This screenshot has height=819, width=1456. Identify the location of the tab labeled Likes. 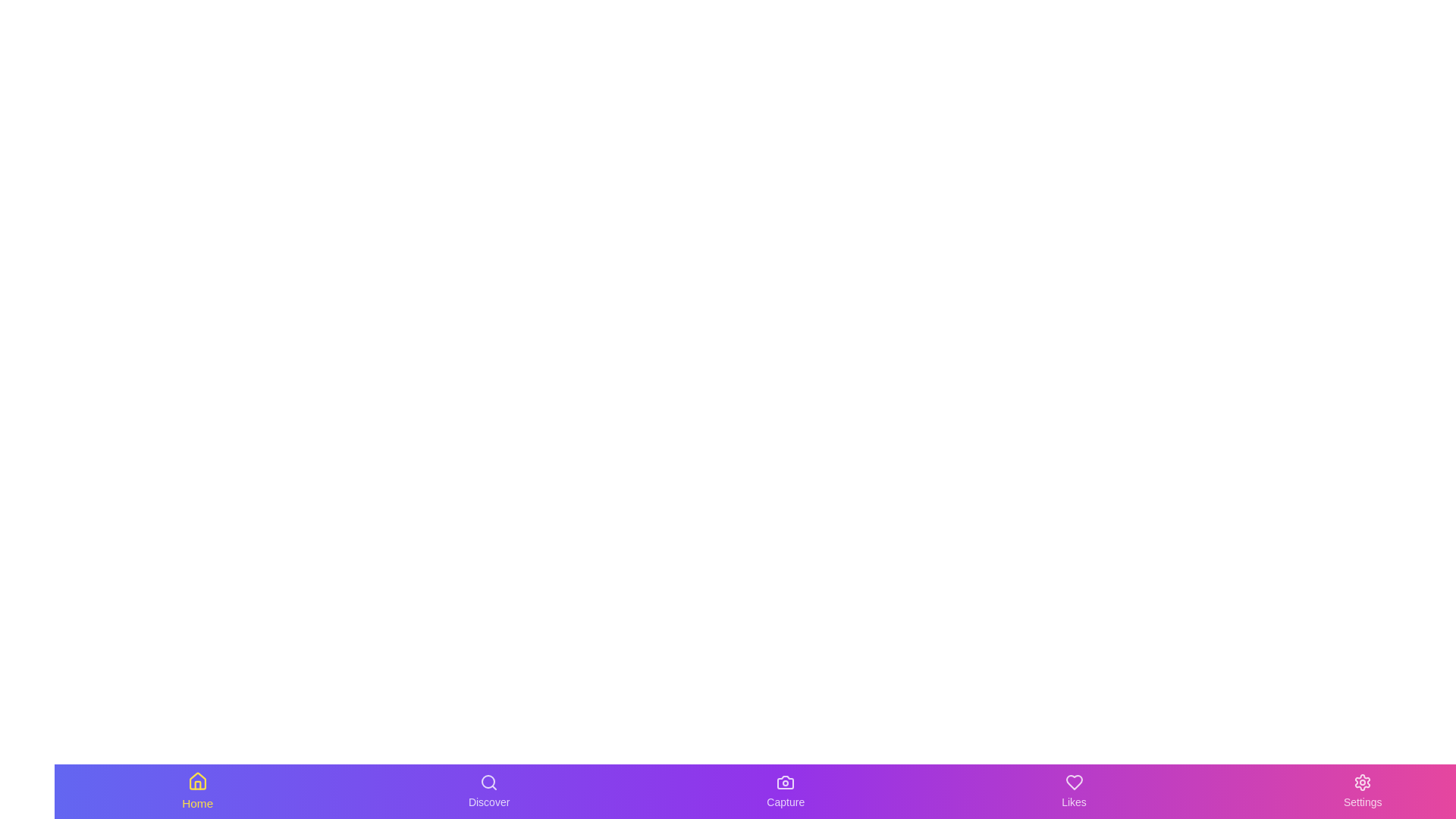
(1073, 791).